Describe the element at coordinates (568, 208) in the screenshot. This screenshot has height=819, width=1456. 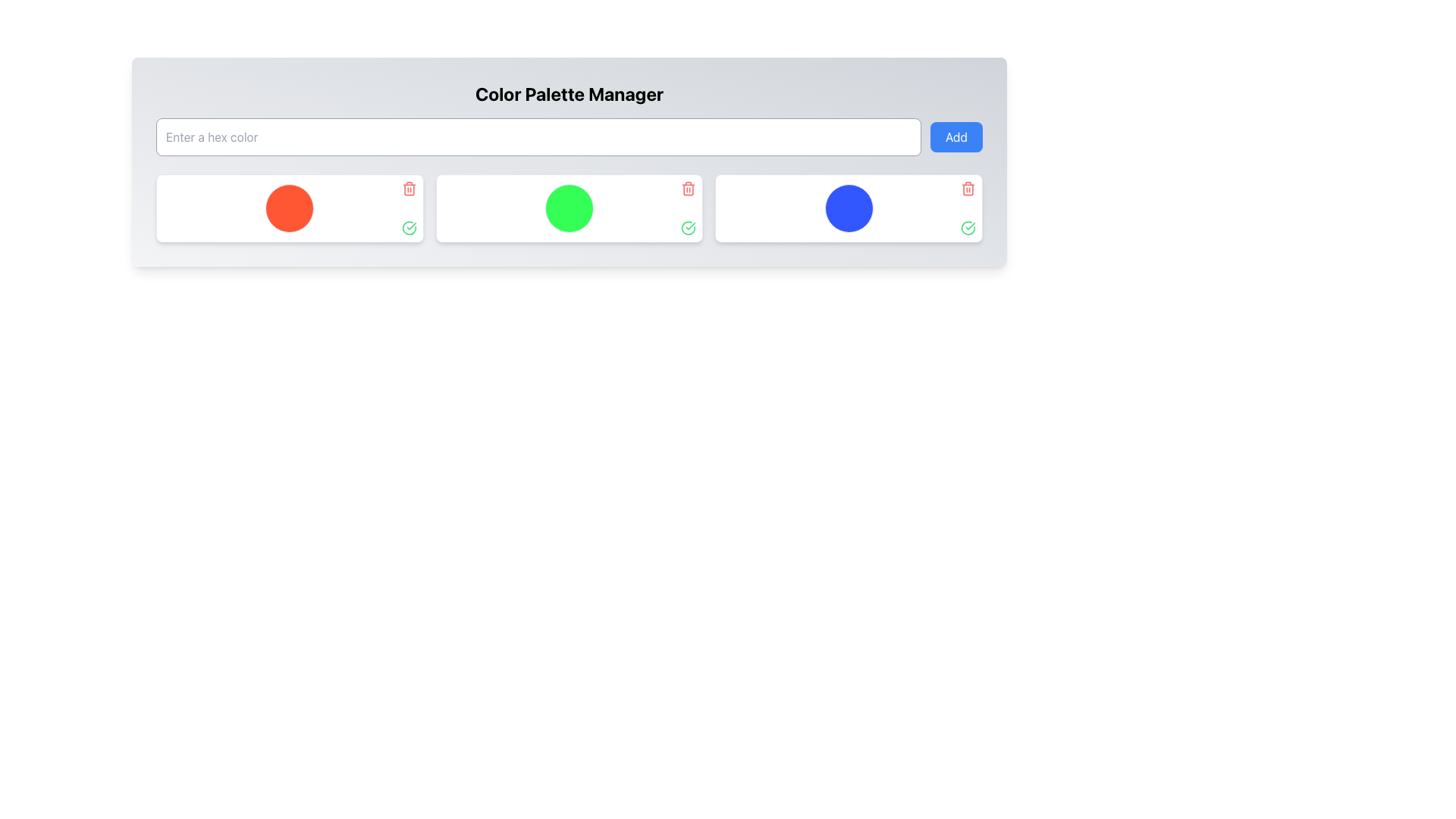
I see `the circular status indicator located in the center of the middle rectangular card, which visually represents a color or status` at that location.